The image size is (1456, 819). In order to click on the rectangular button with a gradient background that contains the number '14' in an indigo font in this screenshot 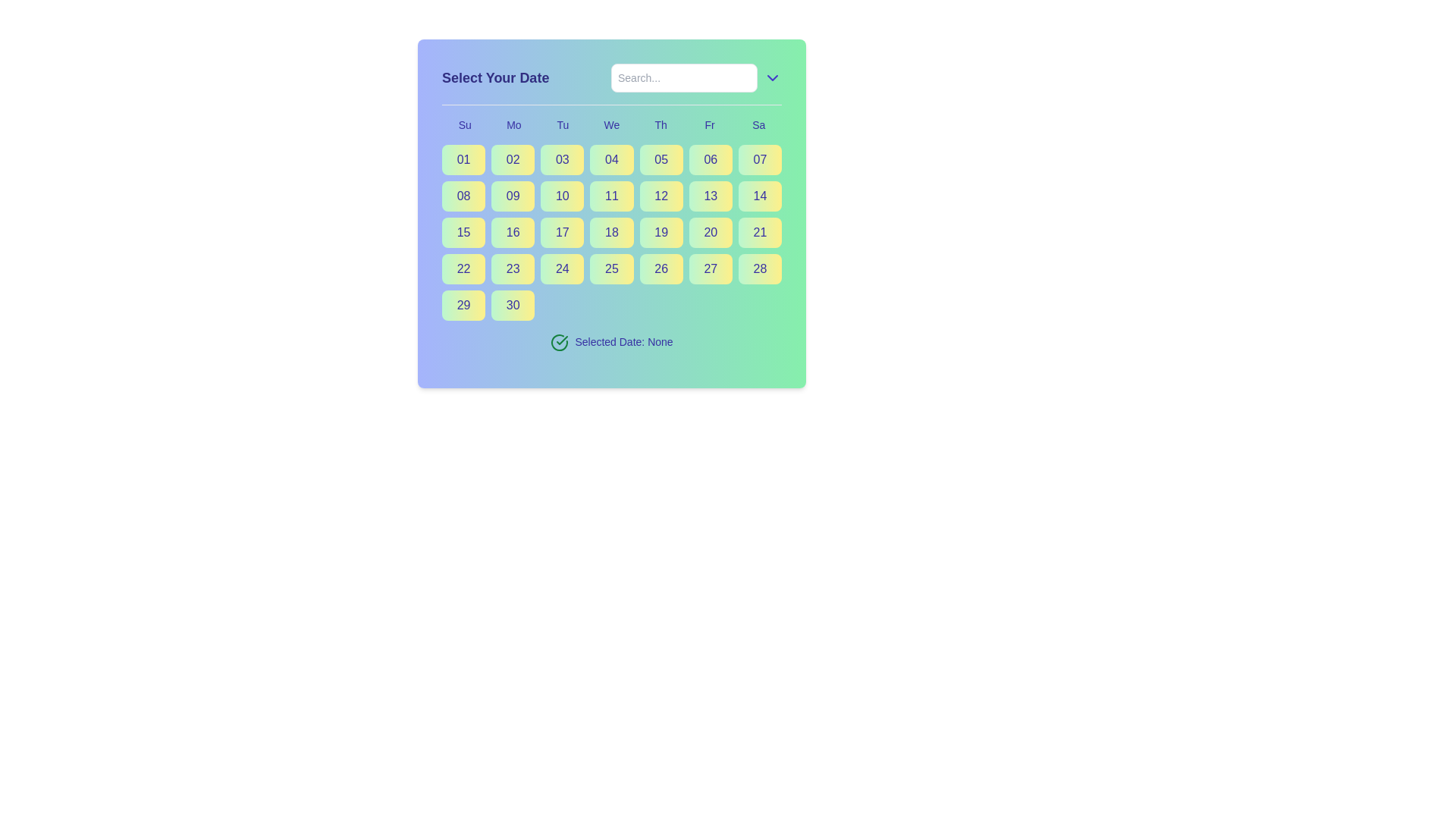, I will do `click(760, 195)`.